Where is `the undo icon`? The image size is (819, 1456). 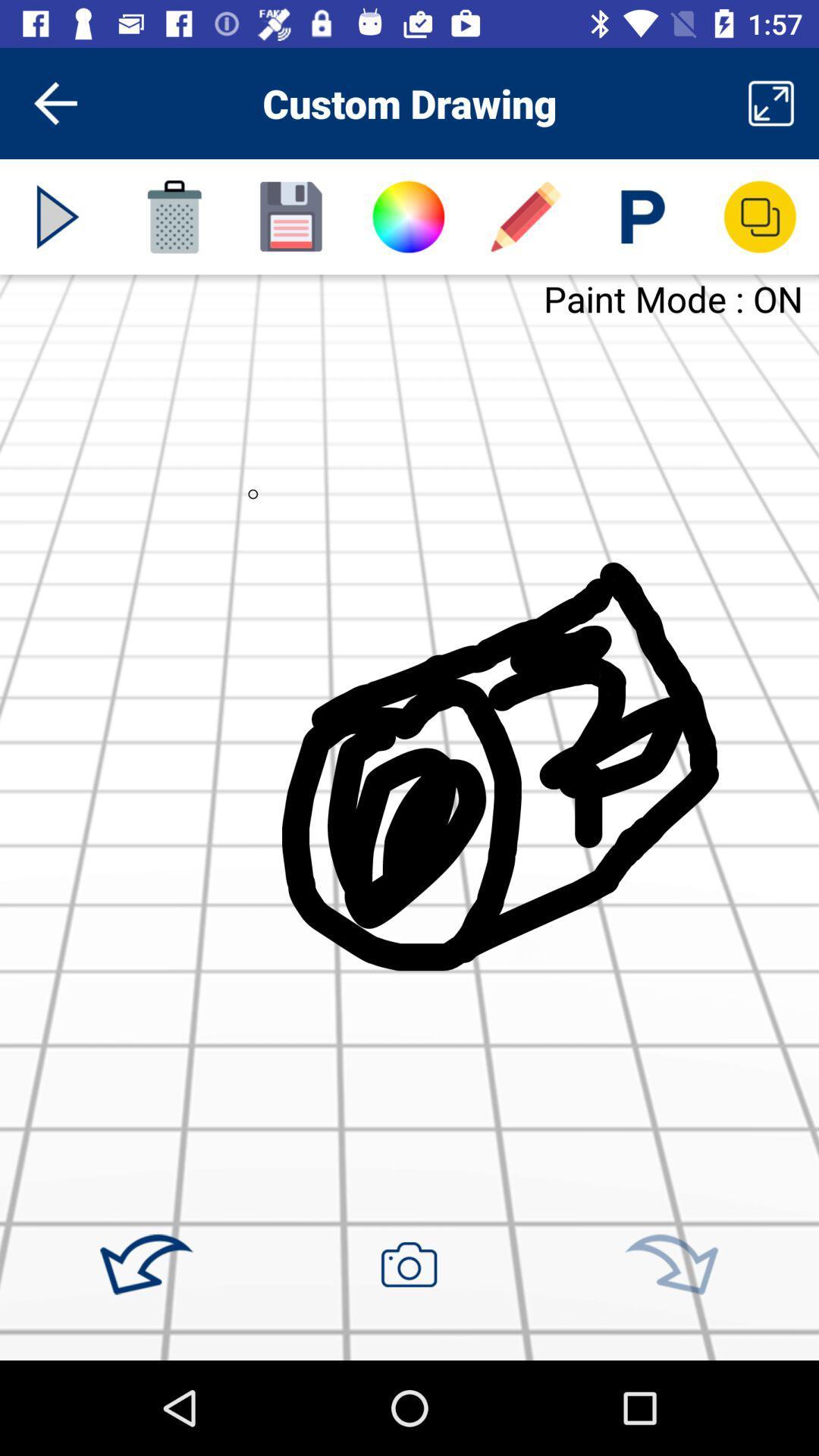 the undo icon is located at coordinates (146, 1265).